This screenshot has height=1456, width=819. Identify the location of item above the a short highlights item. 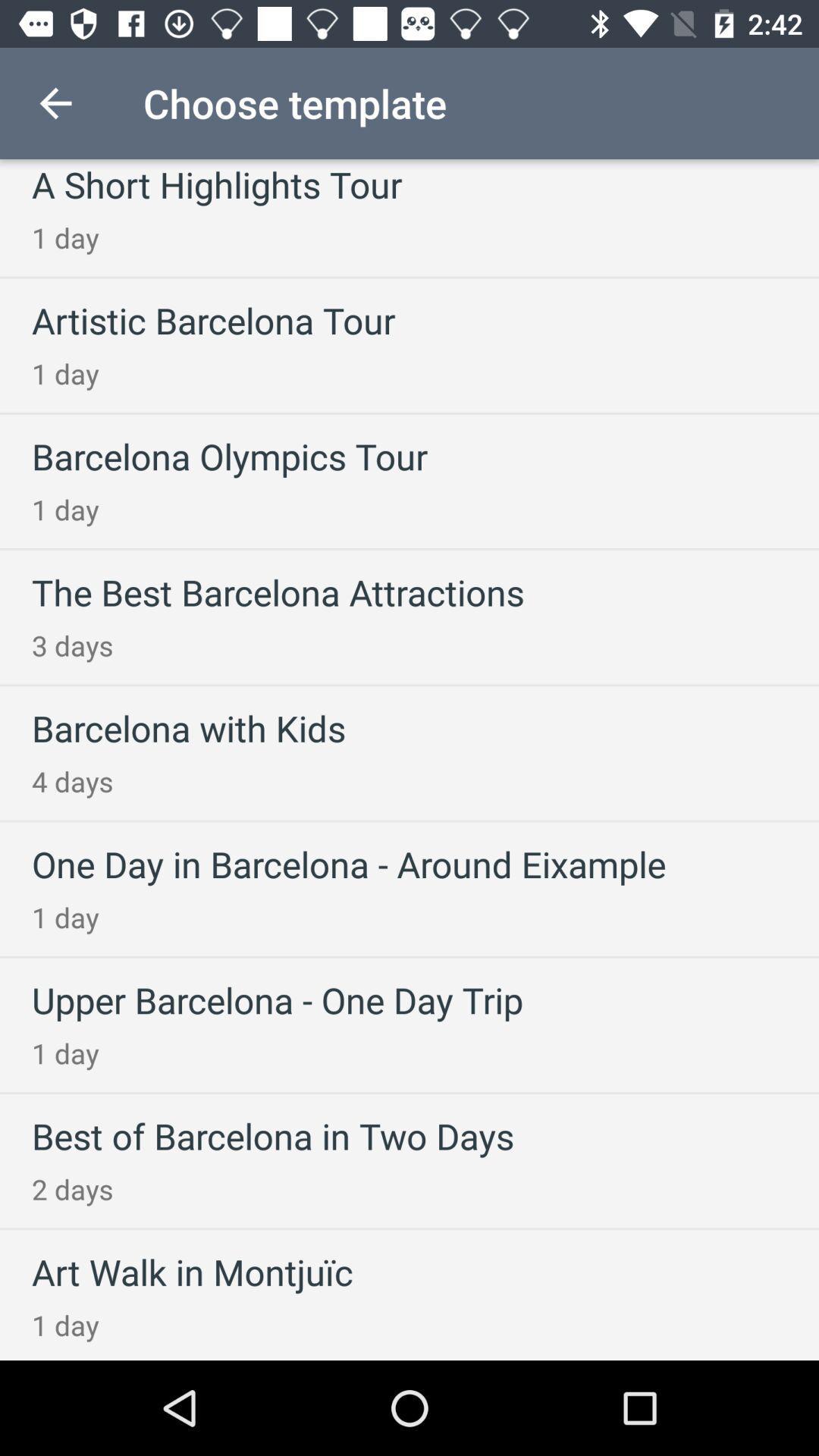
(55, 102).